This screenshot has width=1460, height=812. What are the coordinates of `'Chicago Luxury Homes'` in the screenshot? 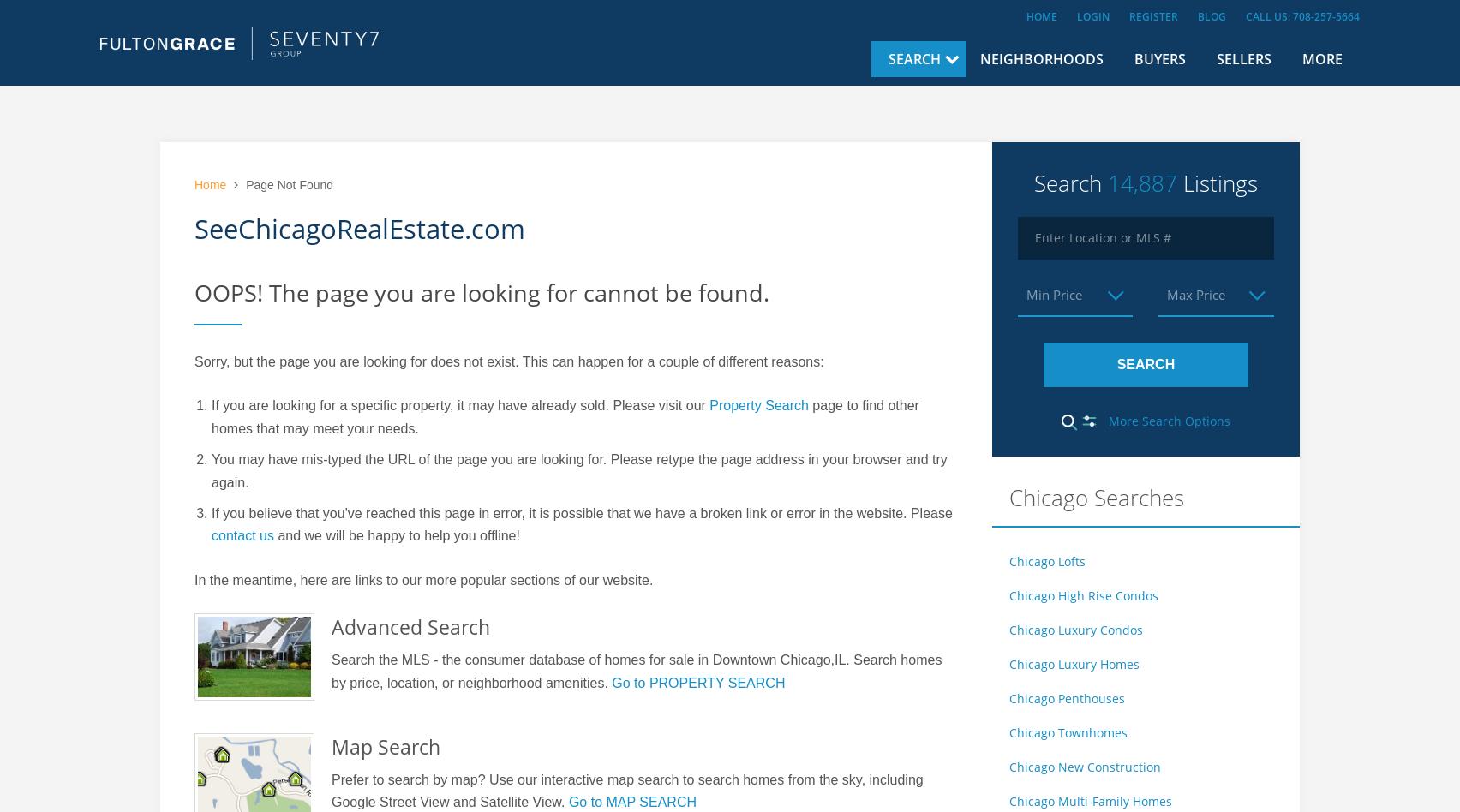 It's located at (1072, 664).